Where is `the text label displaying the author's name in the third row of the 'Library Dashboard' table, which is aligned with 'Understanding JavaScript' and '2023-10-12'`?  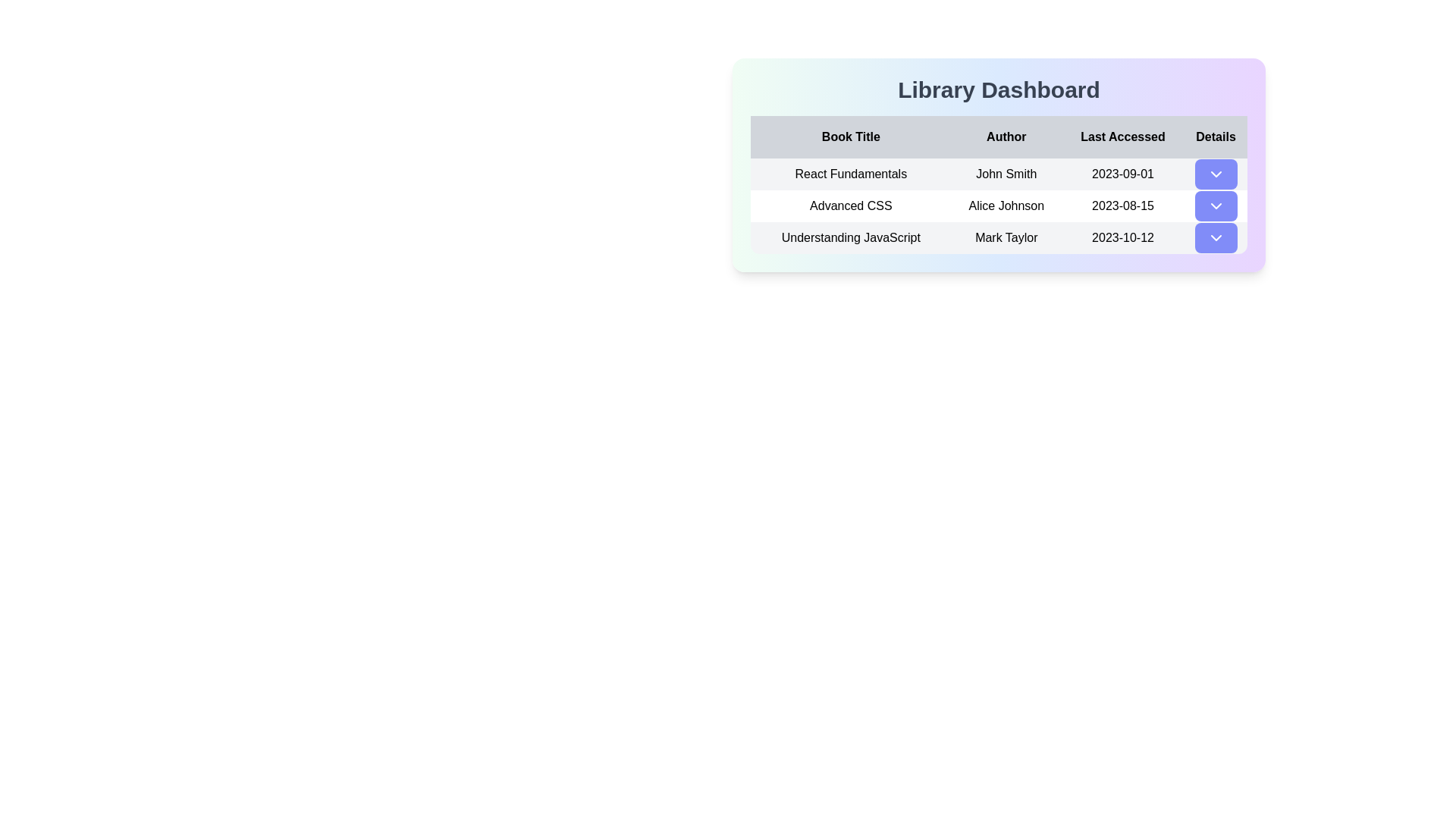 the text label displaying the author's name in the third row of the 'Library Dashboard' table, which is aligned with 'Understanding JavaScript' and '2023-10-12' is located at coordinates (1006, 237).